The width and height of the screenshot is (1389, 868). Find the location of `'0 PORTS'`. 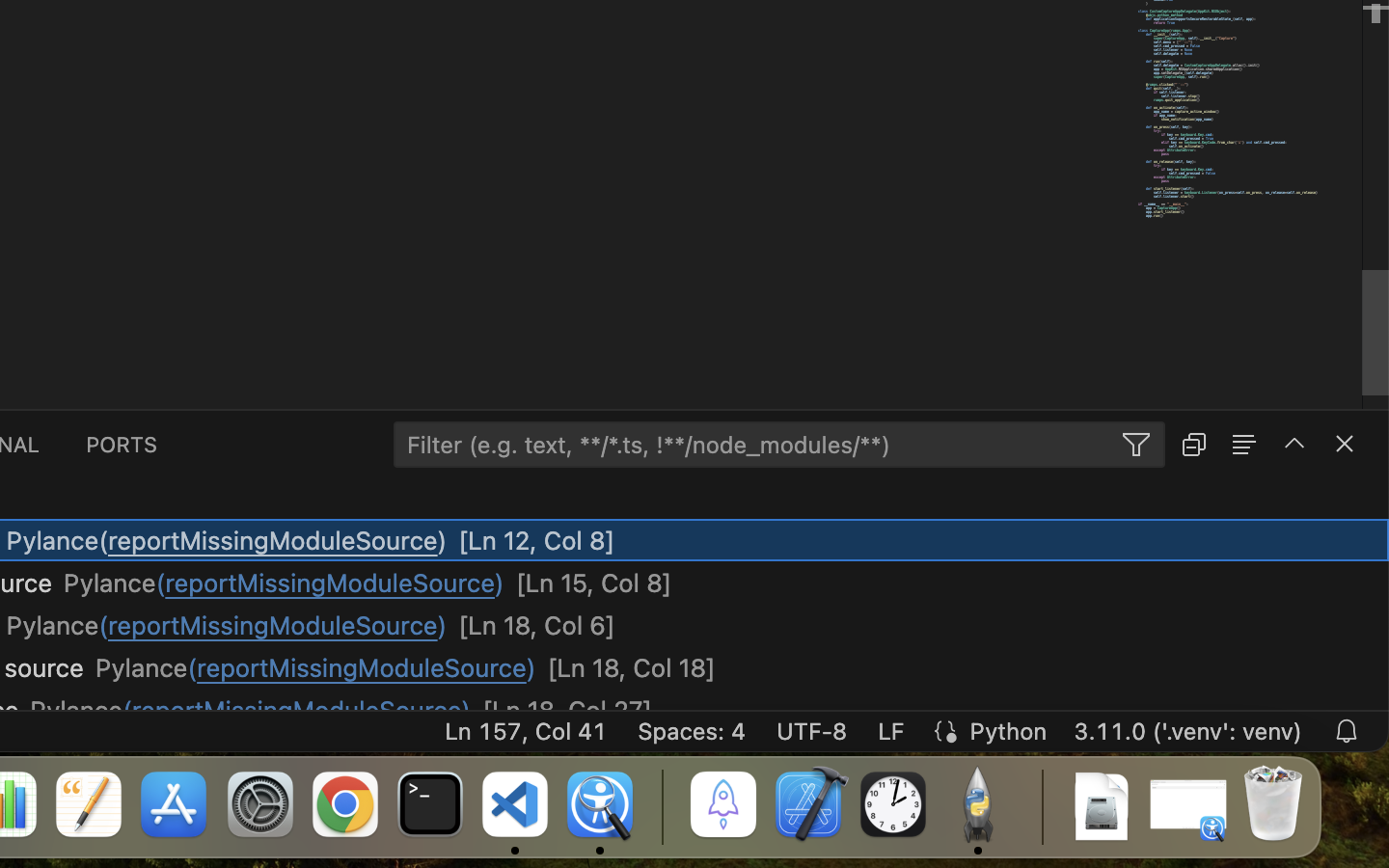

'0 PORTS' is located at coordinates (122, 442).